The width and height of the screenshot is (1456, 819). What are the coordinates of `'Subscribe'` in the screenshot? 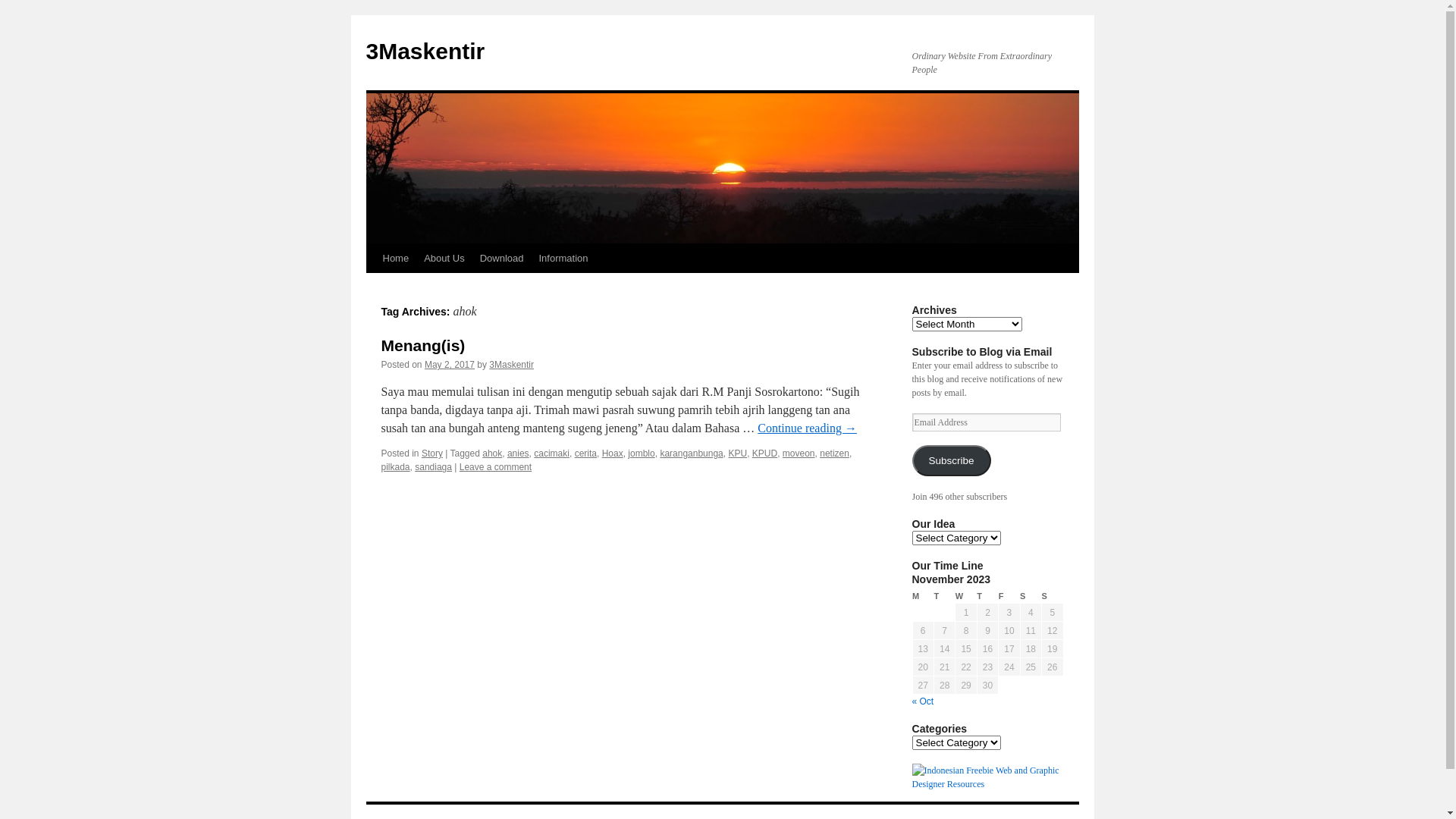 It's located at (949, 460).